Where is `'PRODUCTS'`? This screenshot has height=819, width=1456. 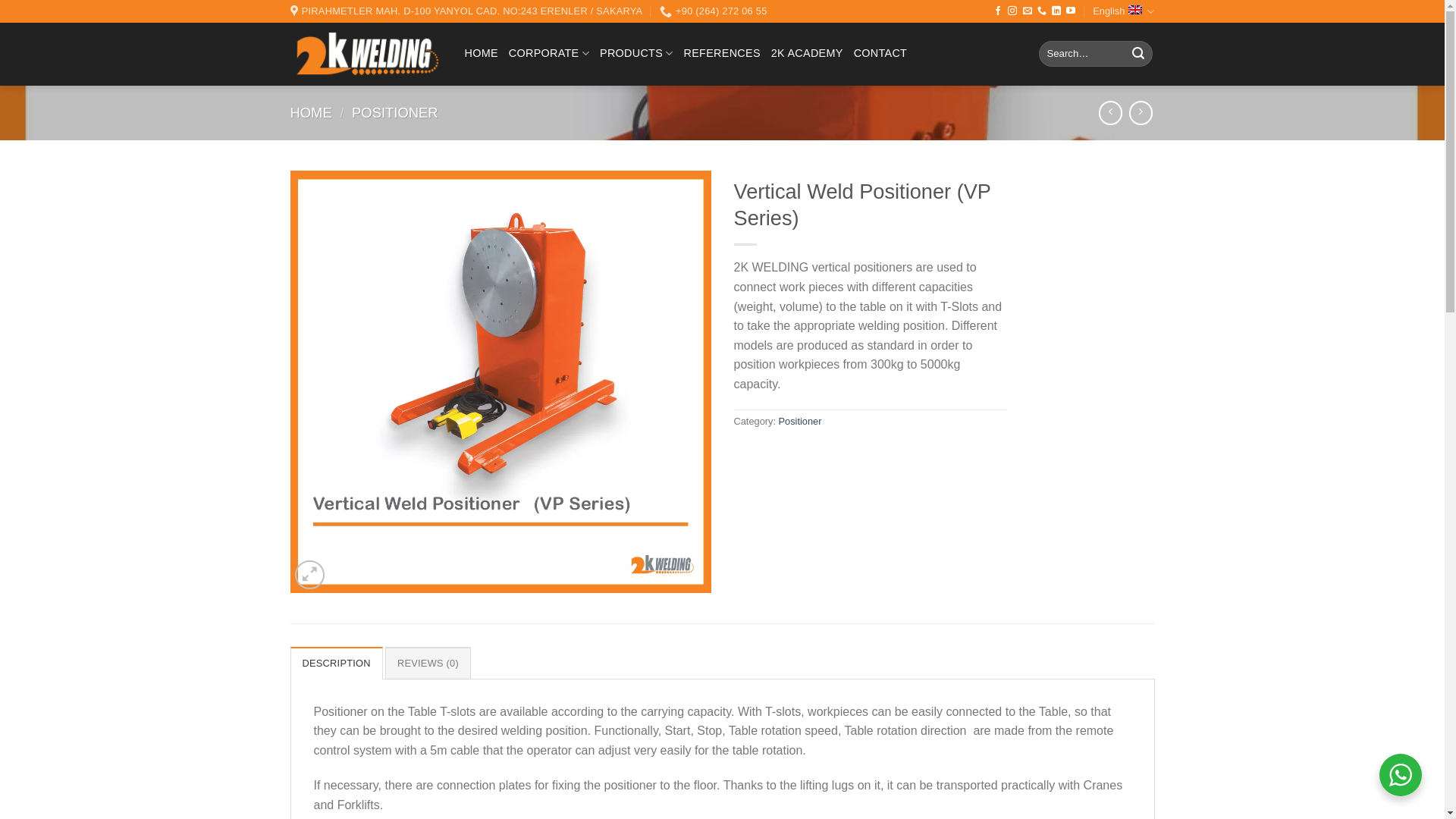
'PRODUCTS' is located at coordinates (636, 52).